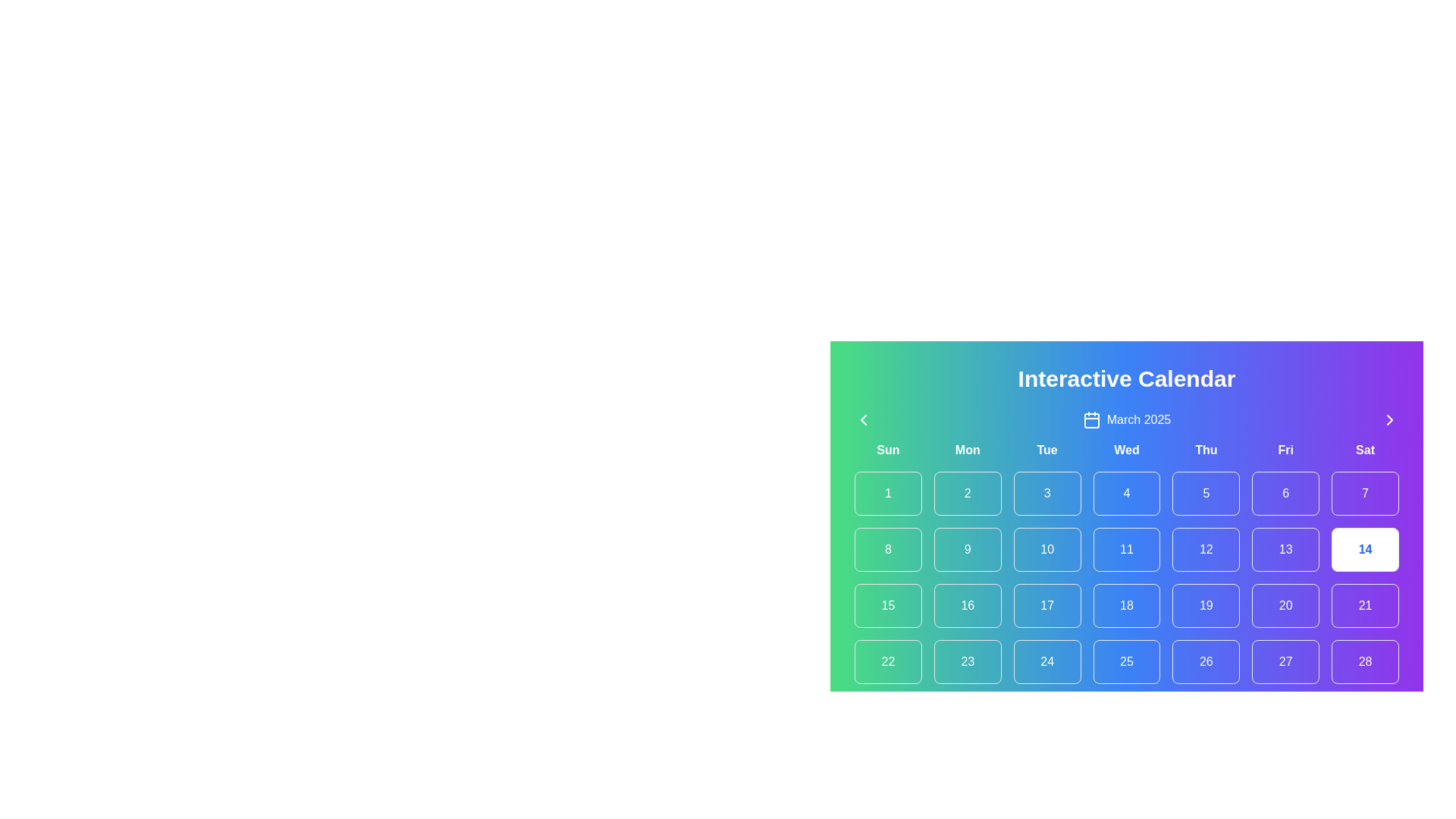 The image size is (1456, 819). What do you see at coordinates (1127, 550) in the screenshot?
I see `the button representing the 11th date of the month located under the 'Wed' column in the second row and fourth column of the interactive calendar grid` at bounding box center [1127, 550].